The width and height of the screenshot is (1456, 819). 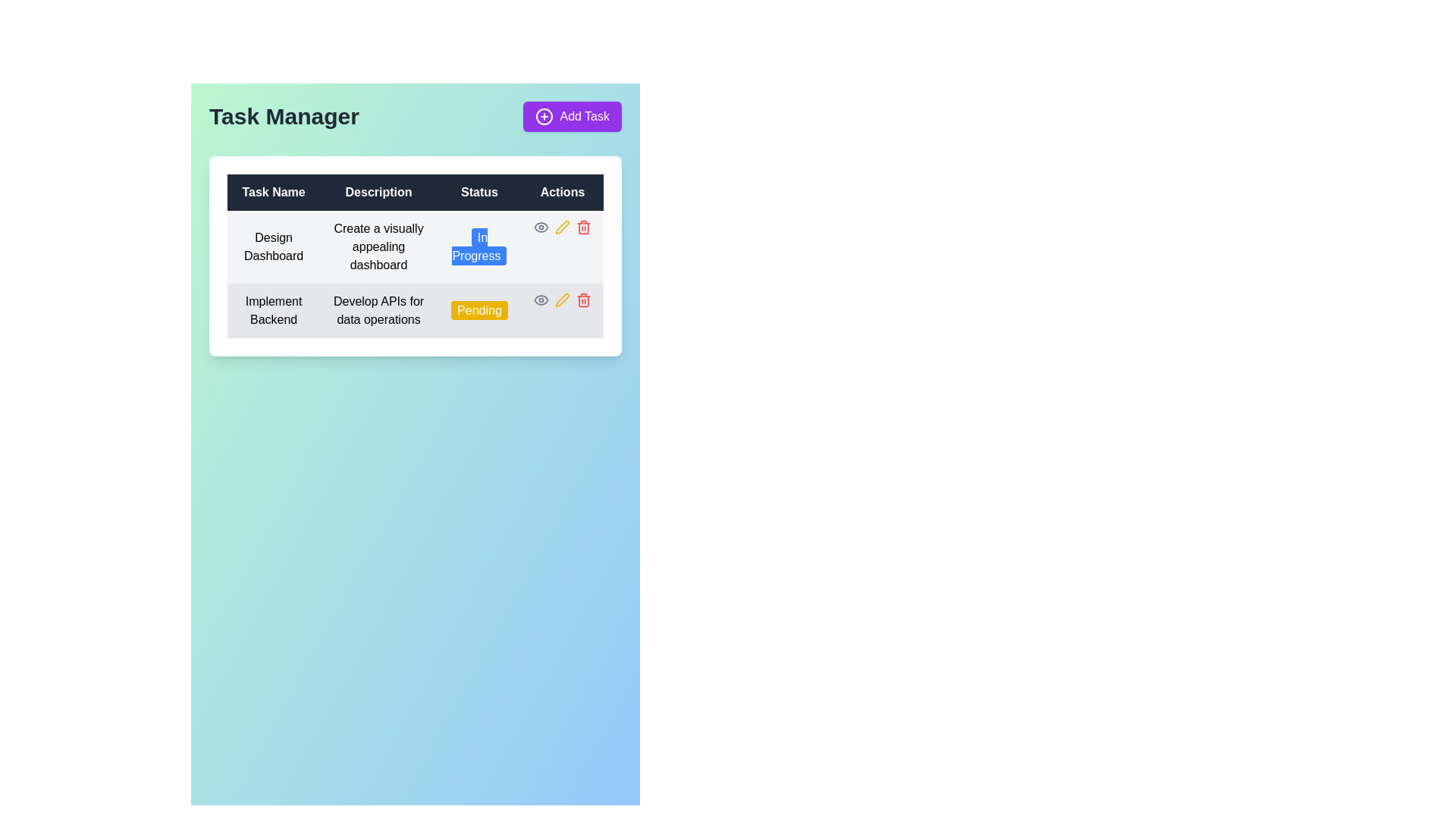 What do you see at coordinates (479, 309) in the screenshot?
I see `the 'Pending' status label, which has a yellow background and white text, located in the 'Status' column of the second row of the table` at bounding box center [479, 309].